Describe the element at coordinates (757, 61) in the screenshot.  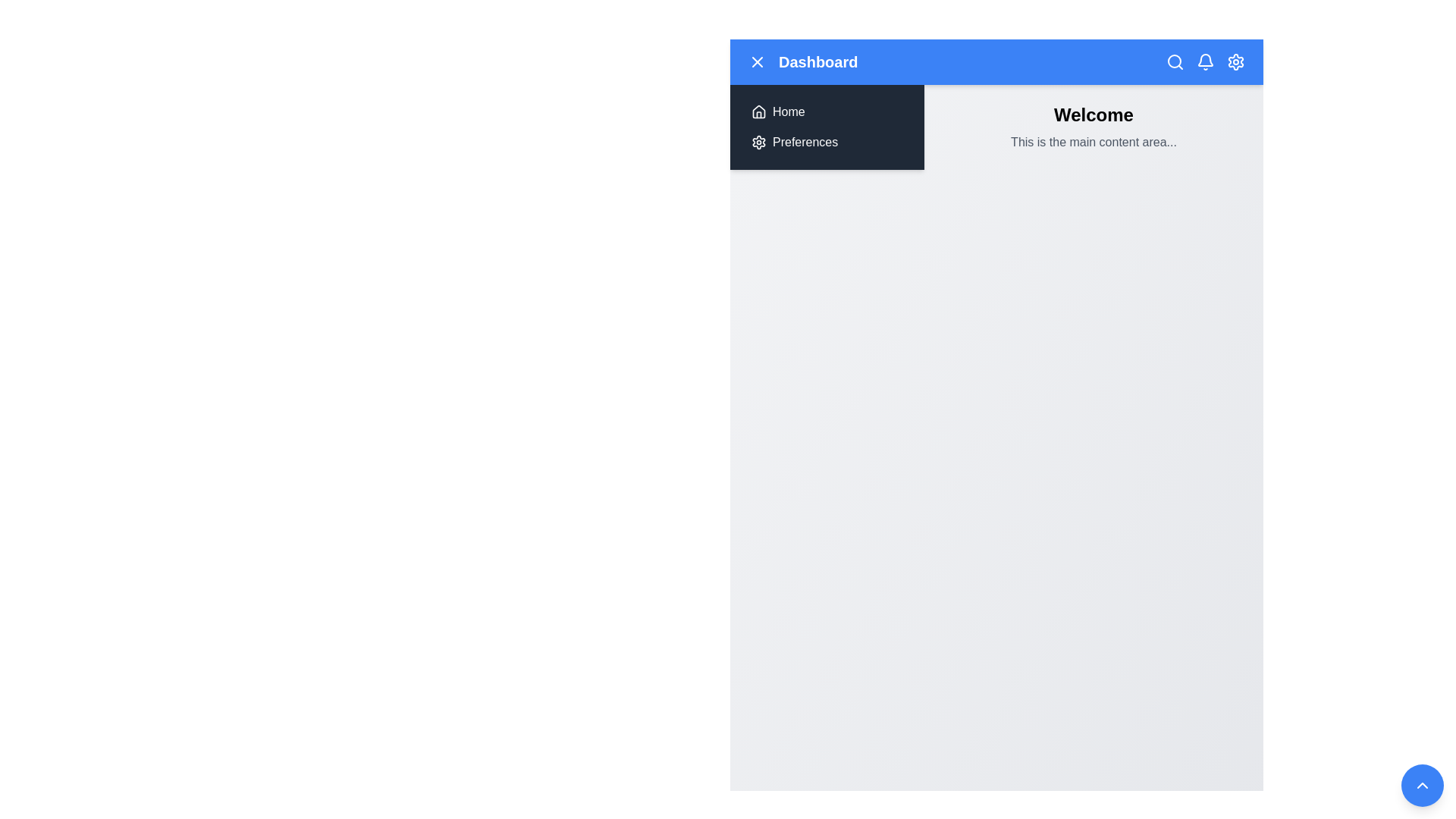
I see `the white 'X' icon button located at the leftmost part of the blue navigation bar` at that location.